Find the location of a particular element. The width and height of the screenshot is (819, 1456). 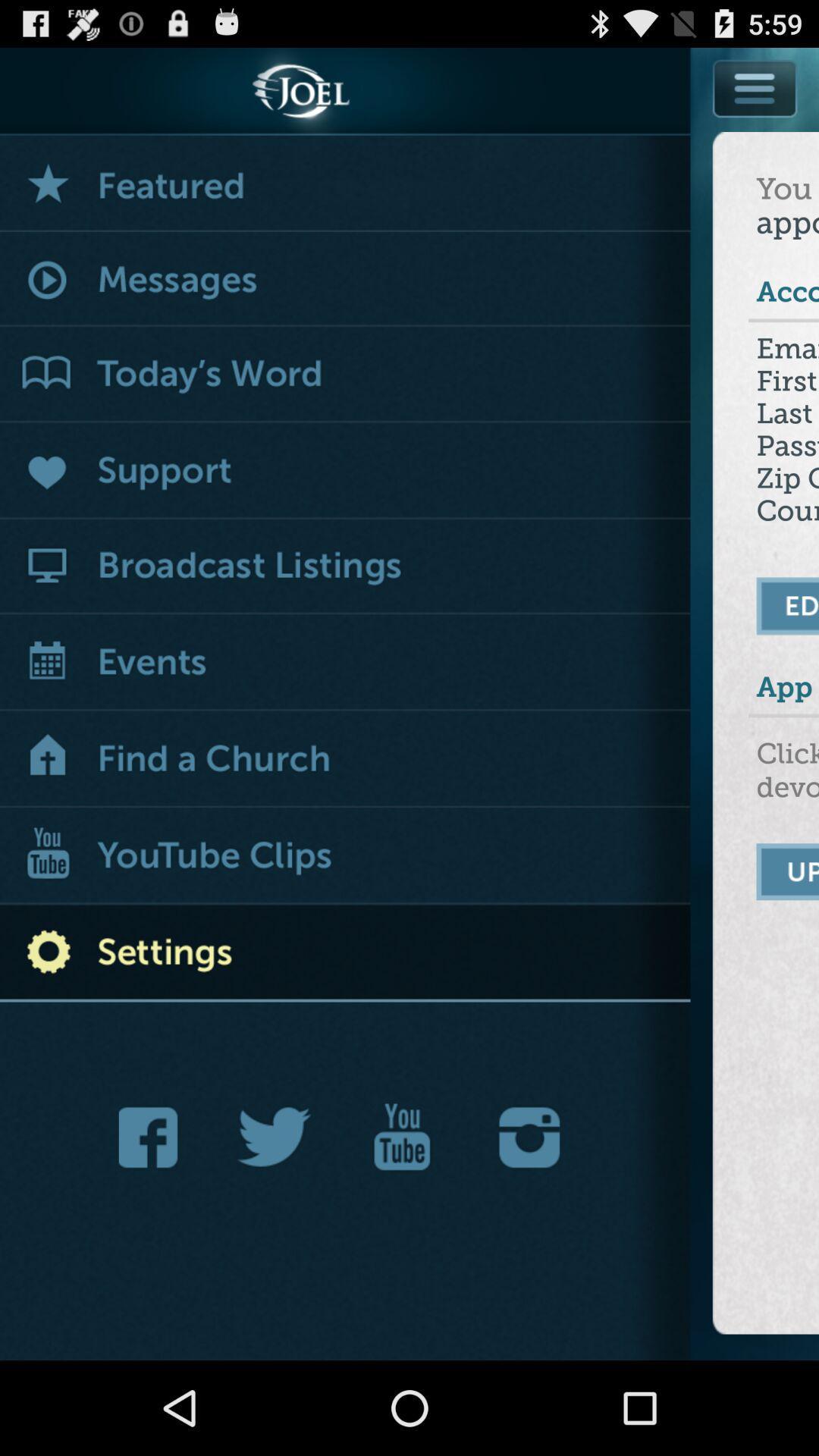

edit your settings is located at coordinates (787, 605).